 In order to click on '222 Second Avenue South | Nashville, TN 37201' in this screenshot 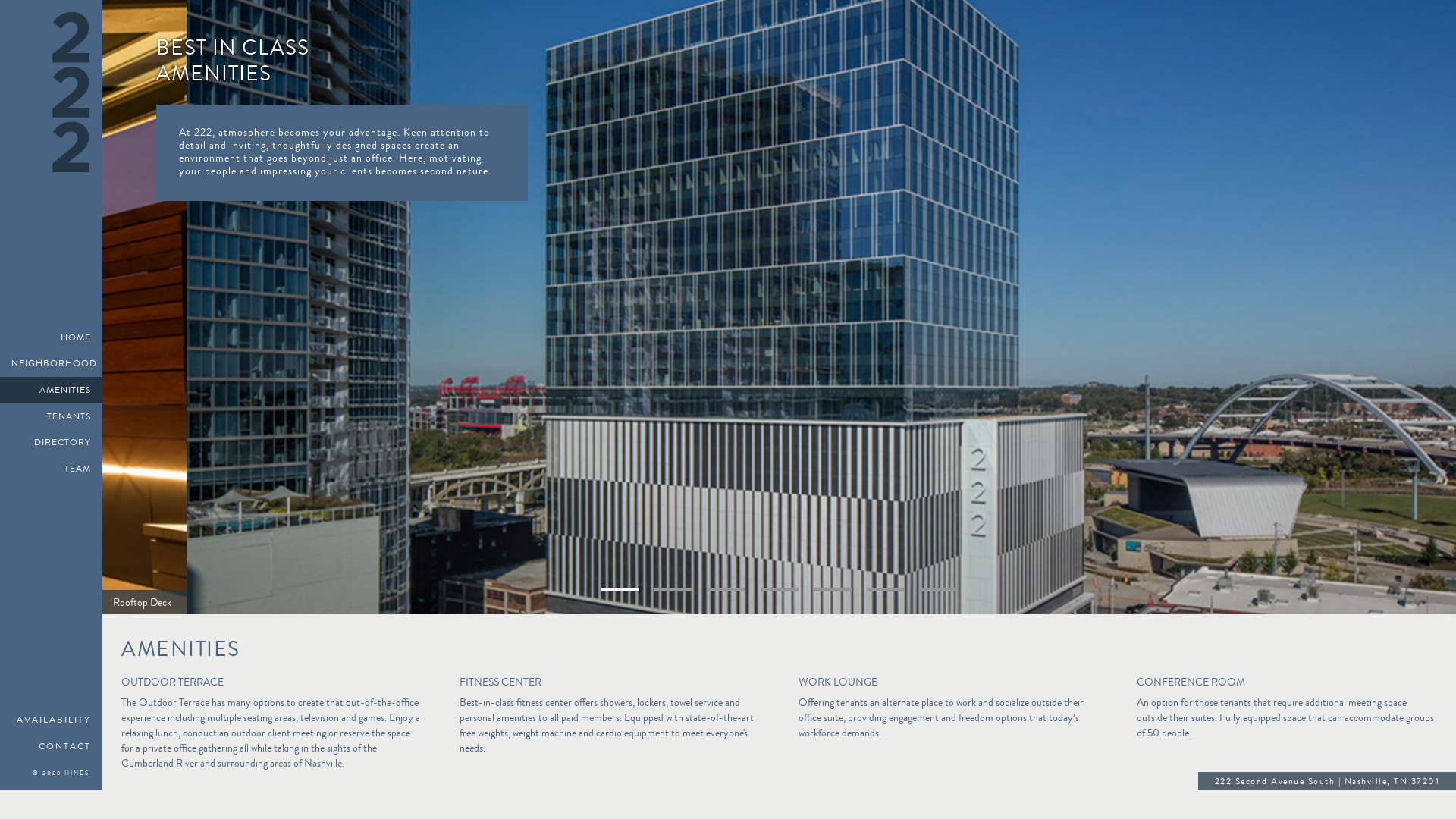, I will do `click(1326, 783)`.